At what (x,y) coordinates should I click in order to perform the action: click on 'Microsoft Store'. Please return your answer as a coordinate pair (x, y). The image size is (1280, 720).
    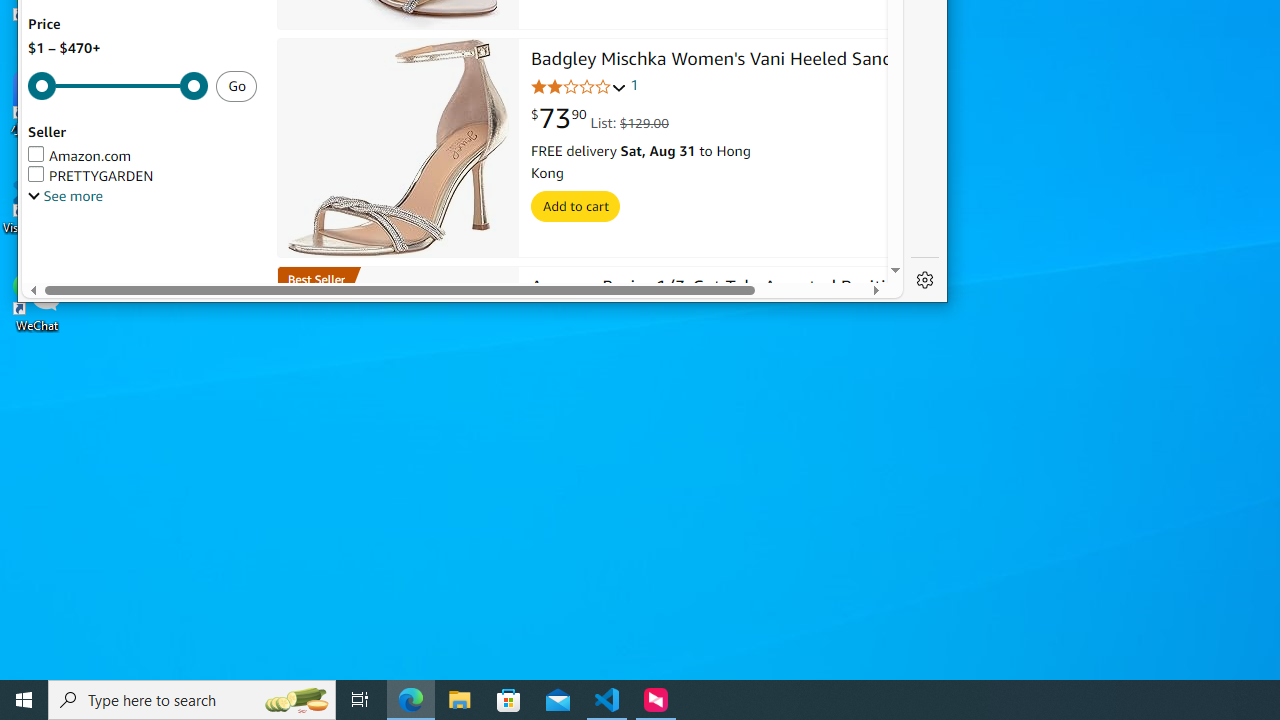
    Looking at the image, I should click on (509, 698).